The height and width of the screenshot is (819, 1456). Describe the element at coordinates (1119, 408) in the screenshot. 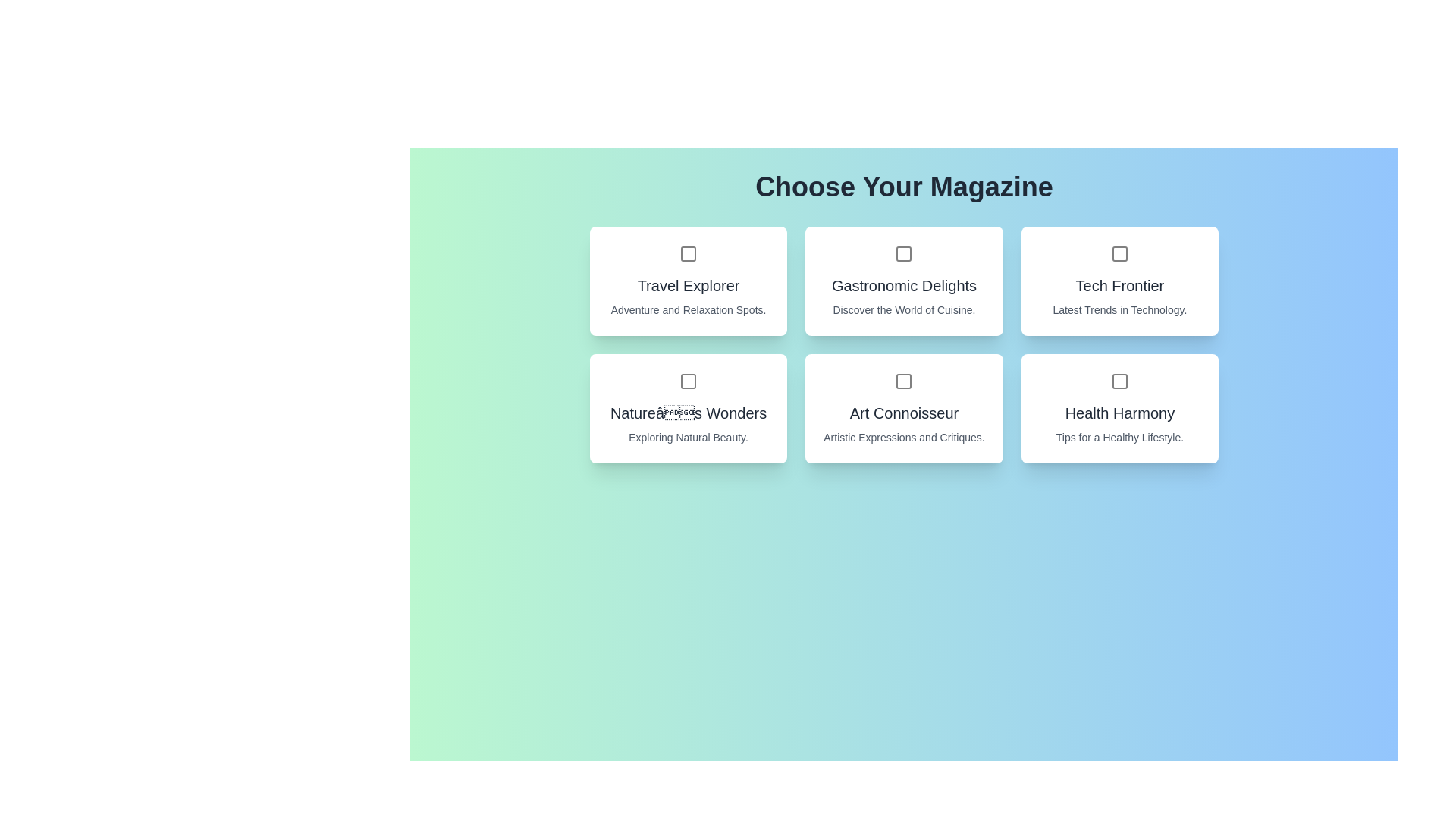

I see `the magazine card titled 'Health Harmony' to observe its hover effect` at that location.